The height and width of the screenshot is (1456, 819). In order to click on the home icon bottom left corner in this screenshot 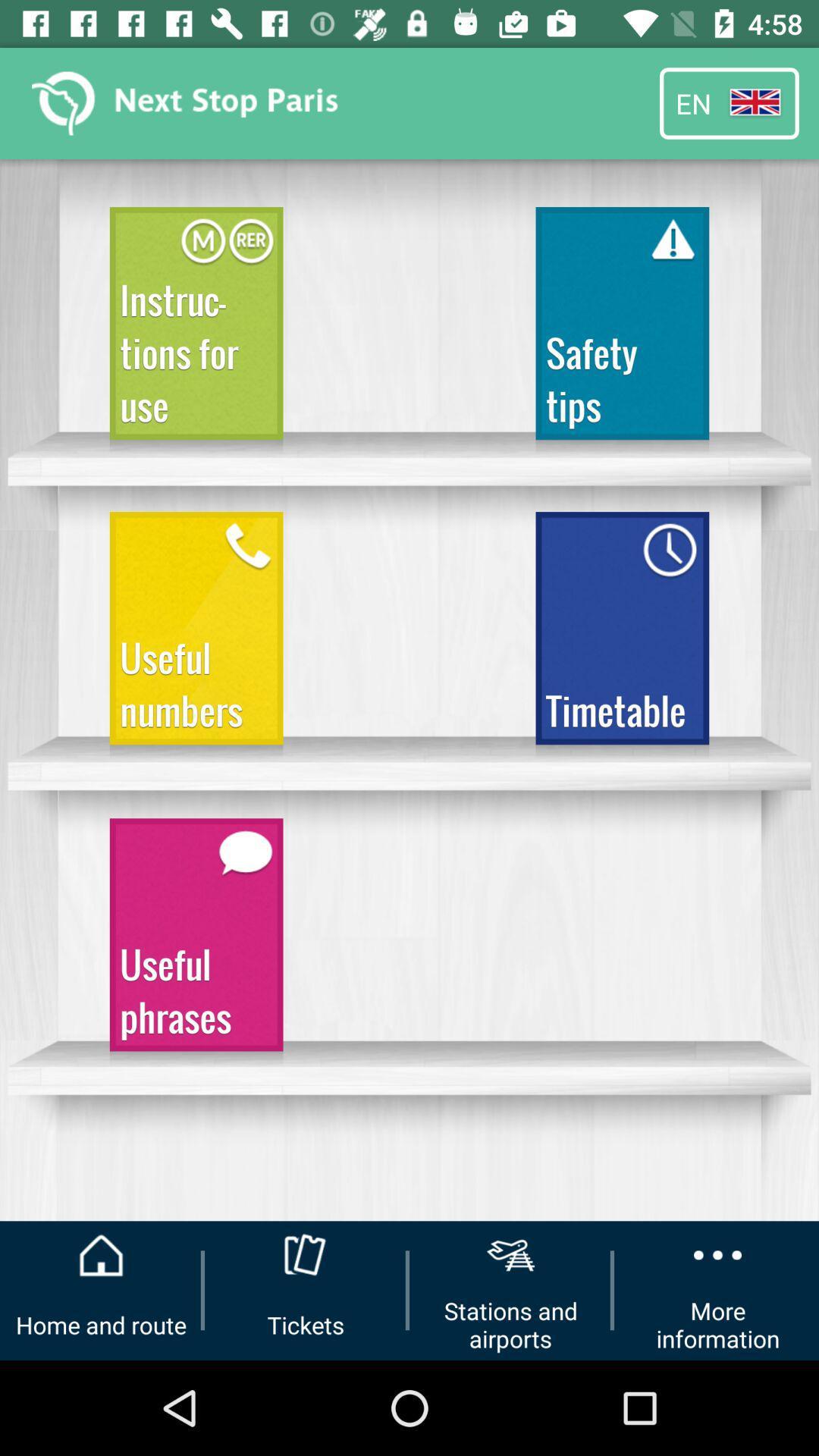, I will do `click(101, 1255)`.